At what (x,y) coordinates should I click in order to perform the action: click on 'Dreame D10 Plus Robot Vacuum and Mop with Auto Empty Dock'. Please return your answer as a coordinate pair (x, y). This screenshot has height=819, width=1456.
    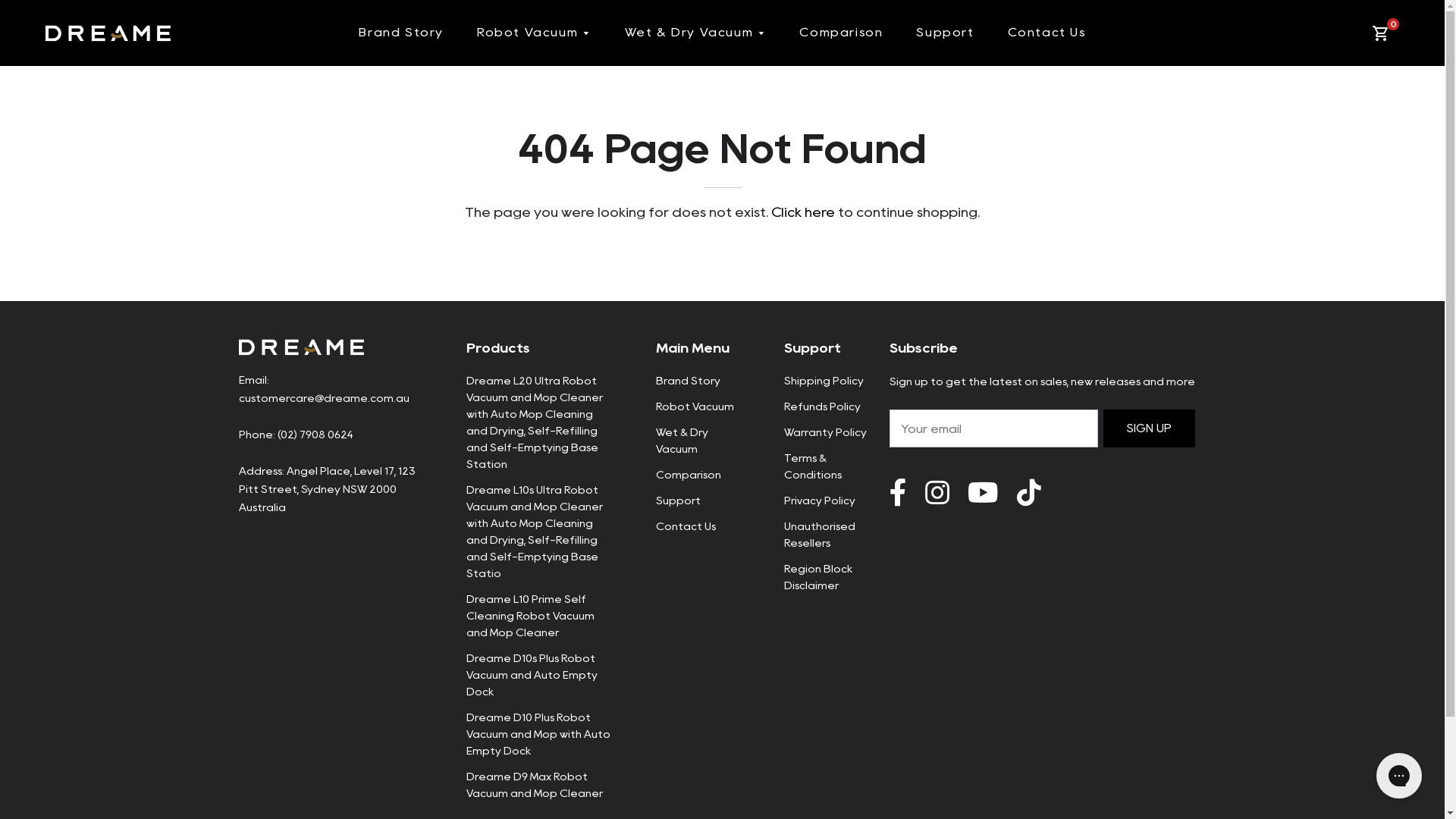
    Looking at the image, I should click on (538, 733).